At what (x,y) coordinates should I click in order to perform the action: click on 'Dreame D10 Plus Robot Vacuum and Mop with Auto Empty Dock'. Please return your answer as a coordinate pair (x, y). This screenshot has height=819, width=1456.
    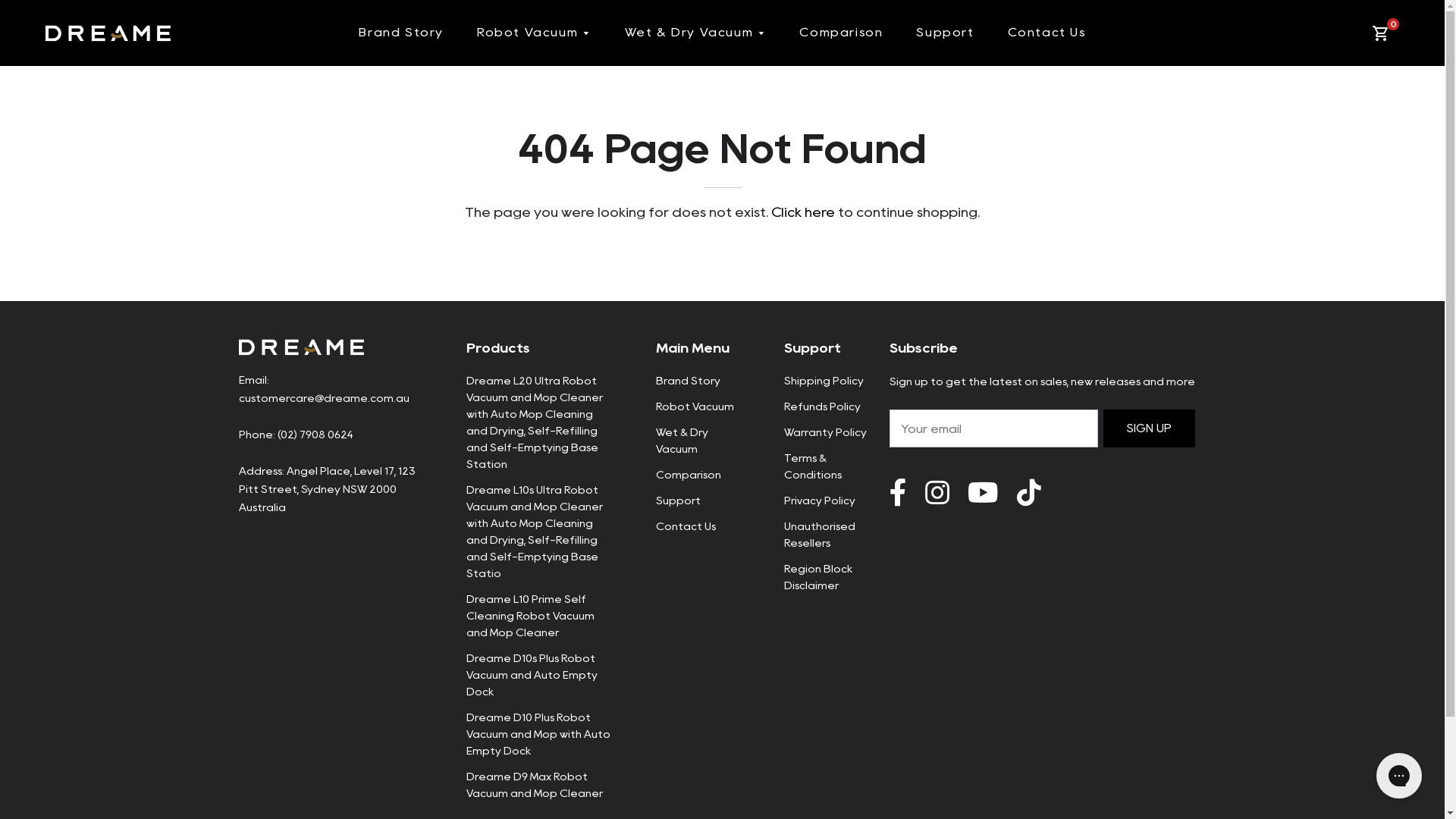
    Looking at the image, I should click on (538, 733).